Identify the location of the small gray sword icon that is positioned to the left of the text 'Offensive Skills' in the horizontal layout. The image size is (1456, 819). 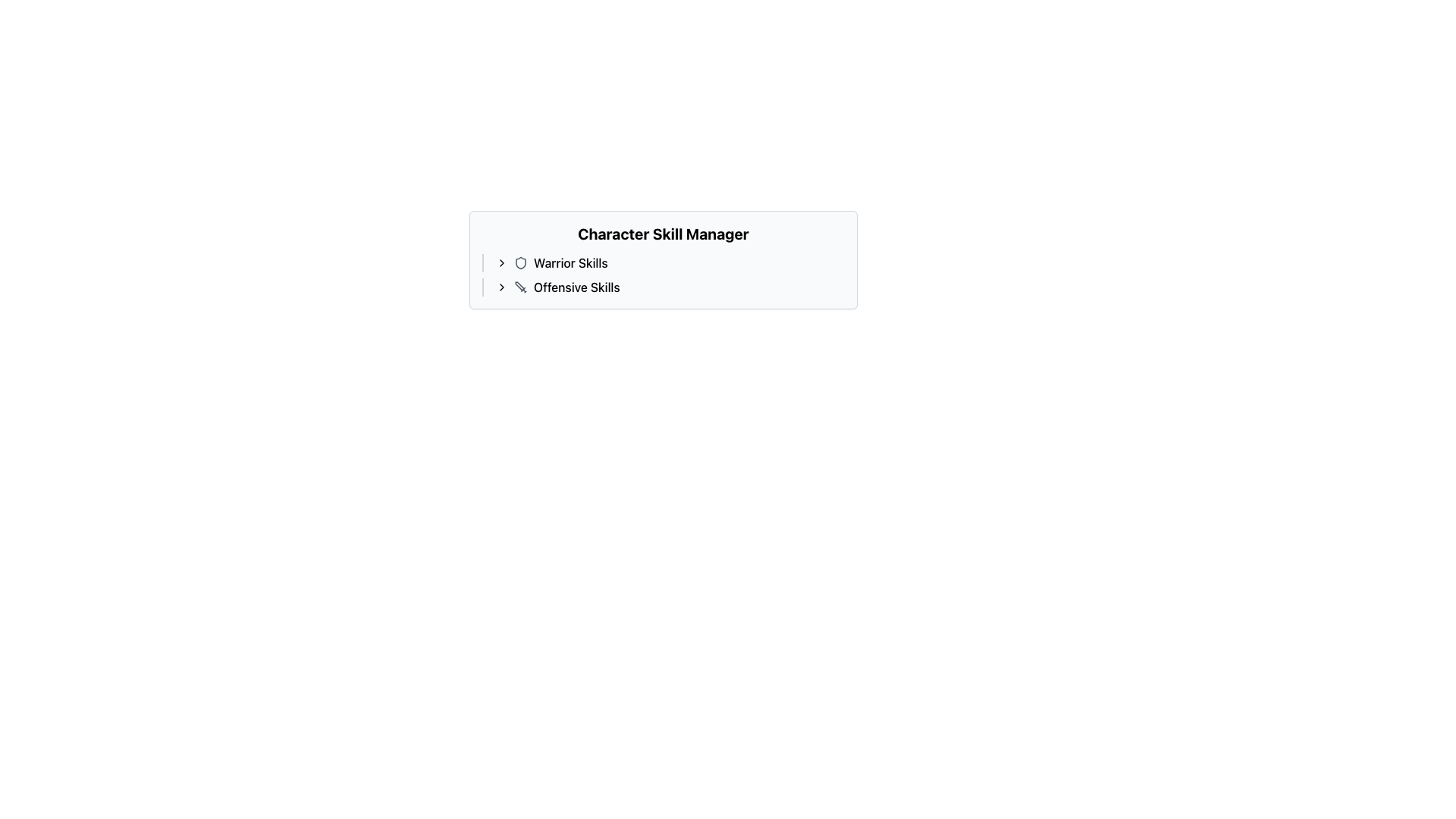
(520, 287).